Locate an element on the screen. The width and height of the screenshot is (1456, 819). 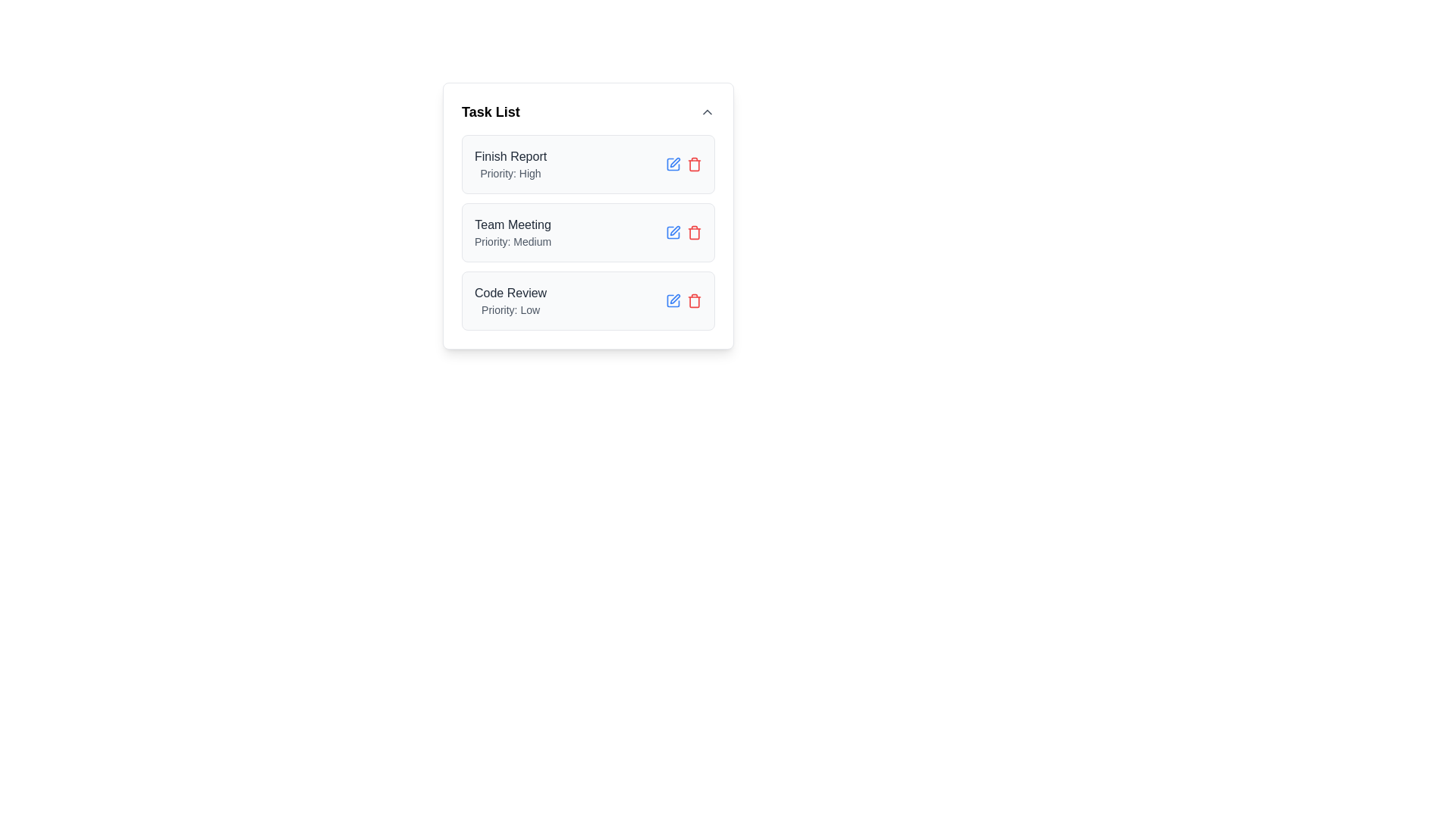
the 'Finish Report' text display component which shows 'Priority: High' below it, located in the topmost task item of the 'Task List' section is located at coordinates (510, 164).